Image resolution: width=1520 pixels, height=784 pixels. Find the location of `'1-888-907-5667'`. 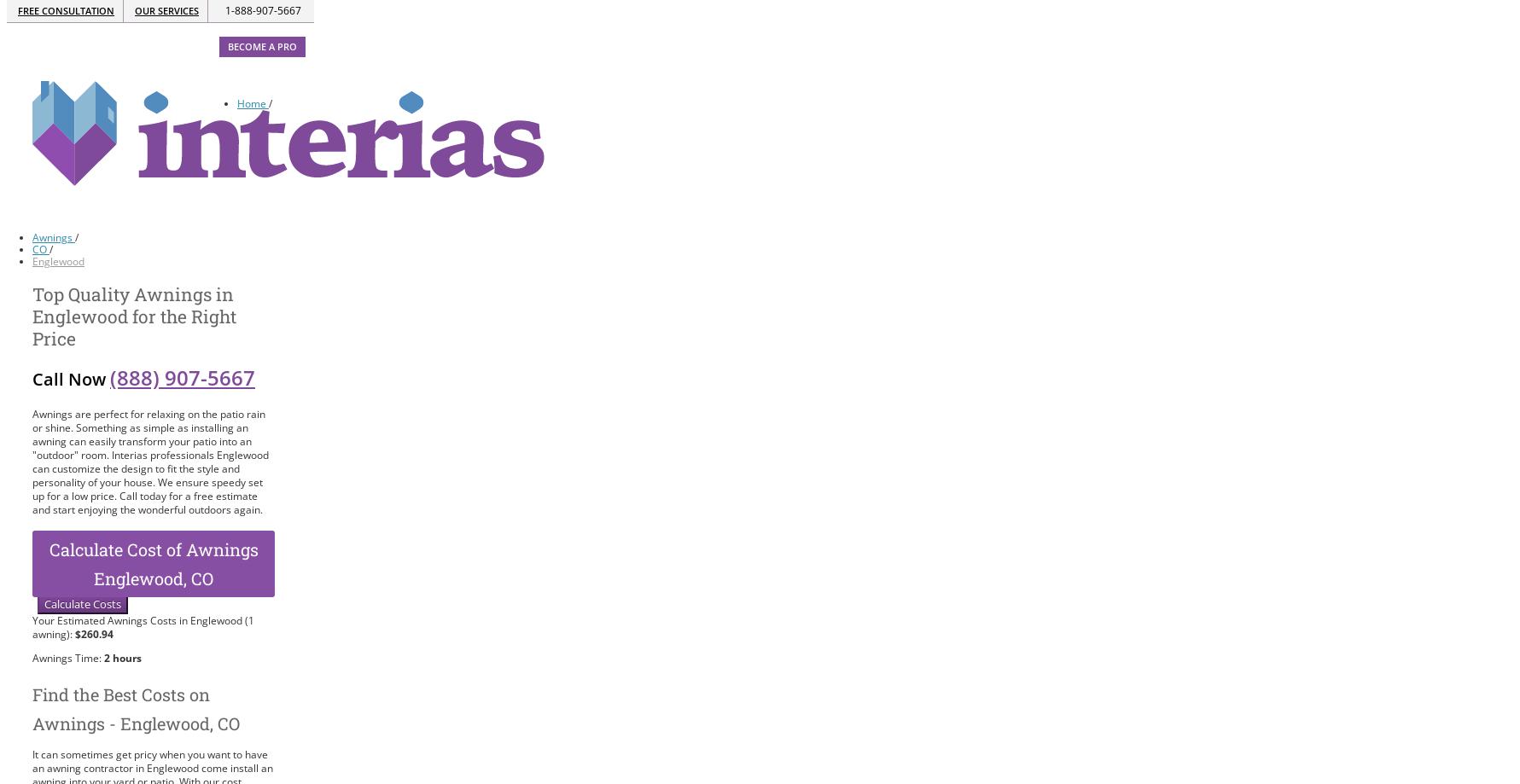

'1-888-907-5667' is located at coordinates (262, 10).